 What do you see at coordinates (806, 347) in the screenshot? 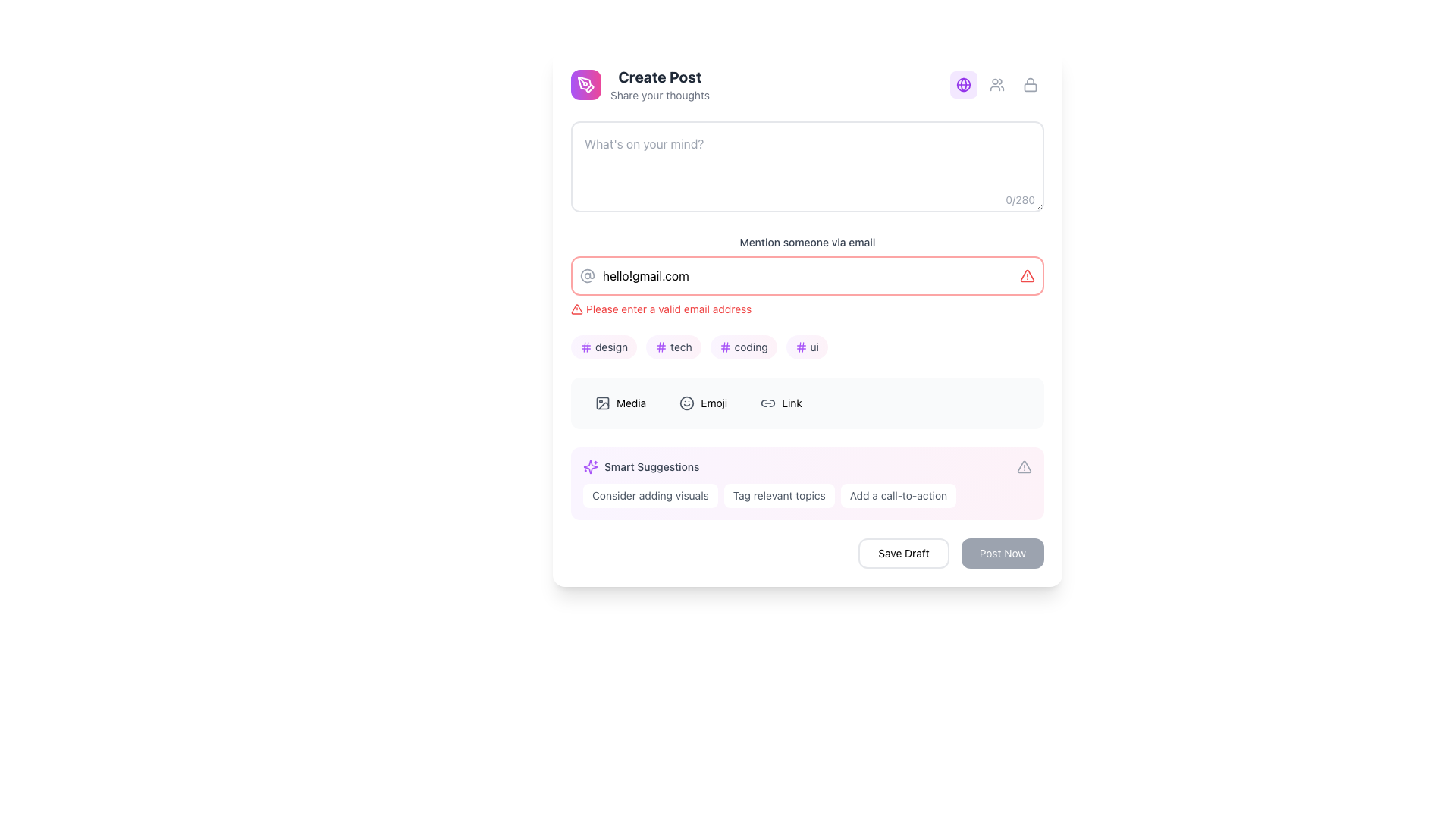
I see `the fourth tag from the left, which is a rounded rectangular tag with a gradient background from light purple to soft pink, containing a hash symbol and the text 'ui' in lowercase` at bounding box center [806, 347].